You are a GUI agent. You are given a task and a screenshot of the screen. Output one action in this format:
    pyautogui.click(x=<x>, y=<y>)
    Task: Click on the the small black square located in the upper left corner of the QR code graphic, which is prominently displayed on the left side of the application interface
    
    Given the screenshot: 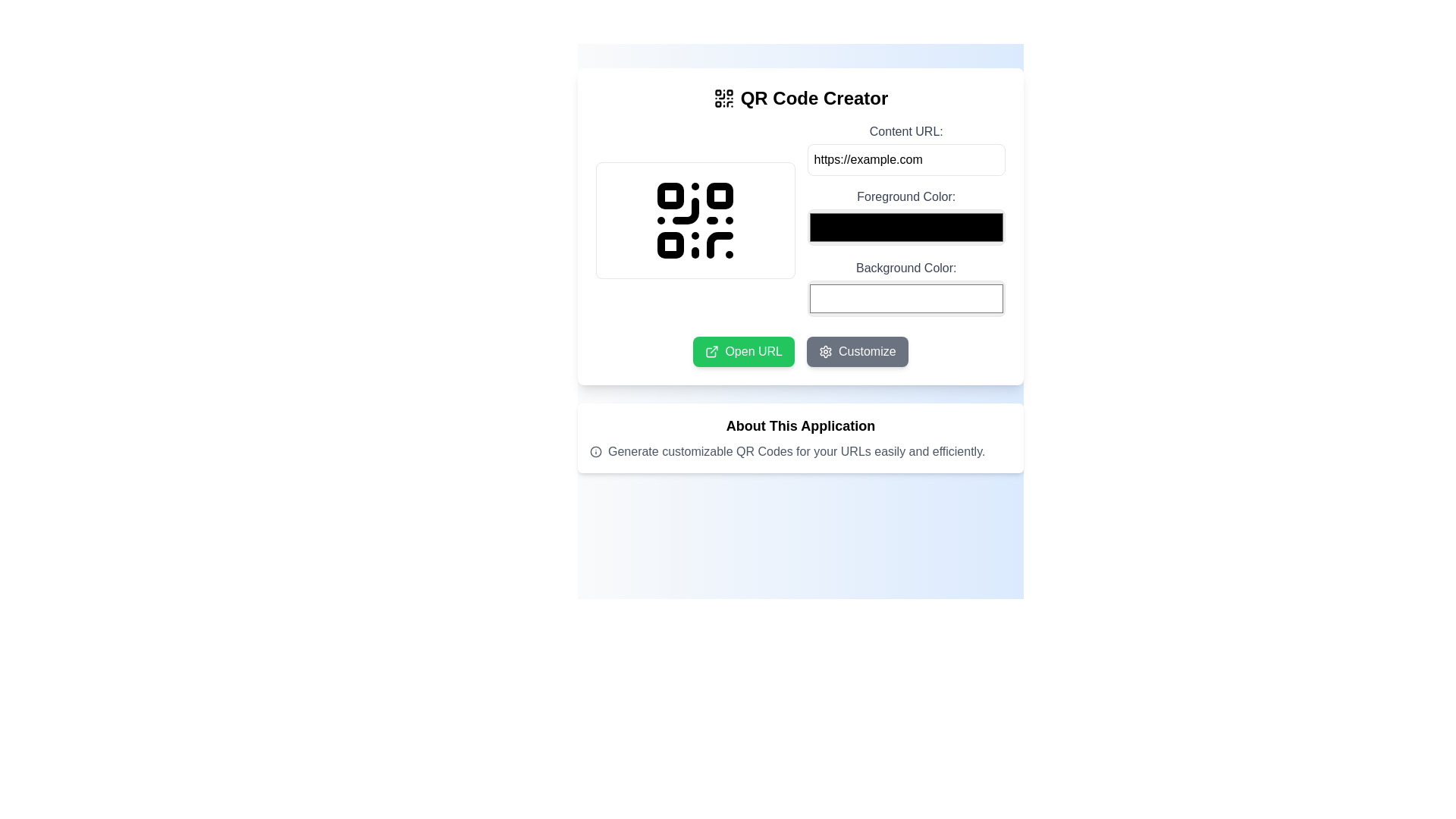 What is the action you would take?
    pyautogui.click(x=670, y=195)
    